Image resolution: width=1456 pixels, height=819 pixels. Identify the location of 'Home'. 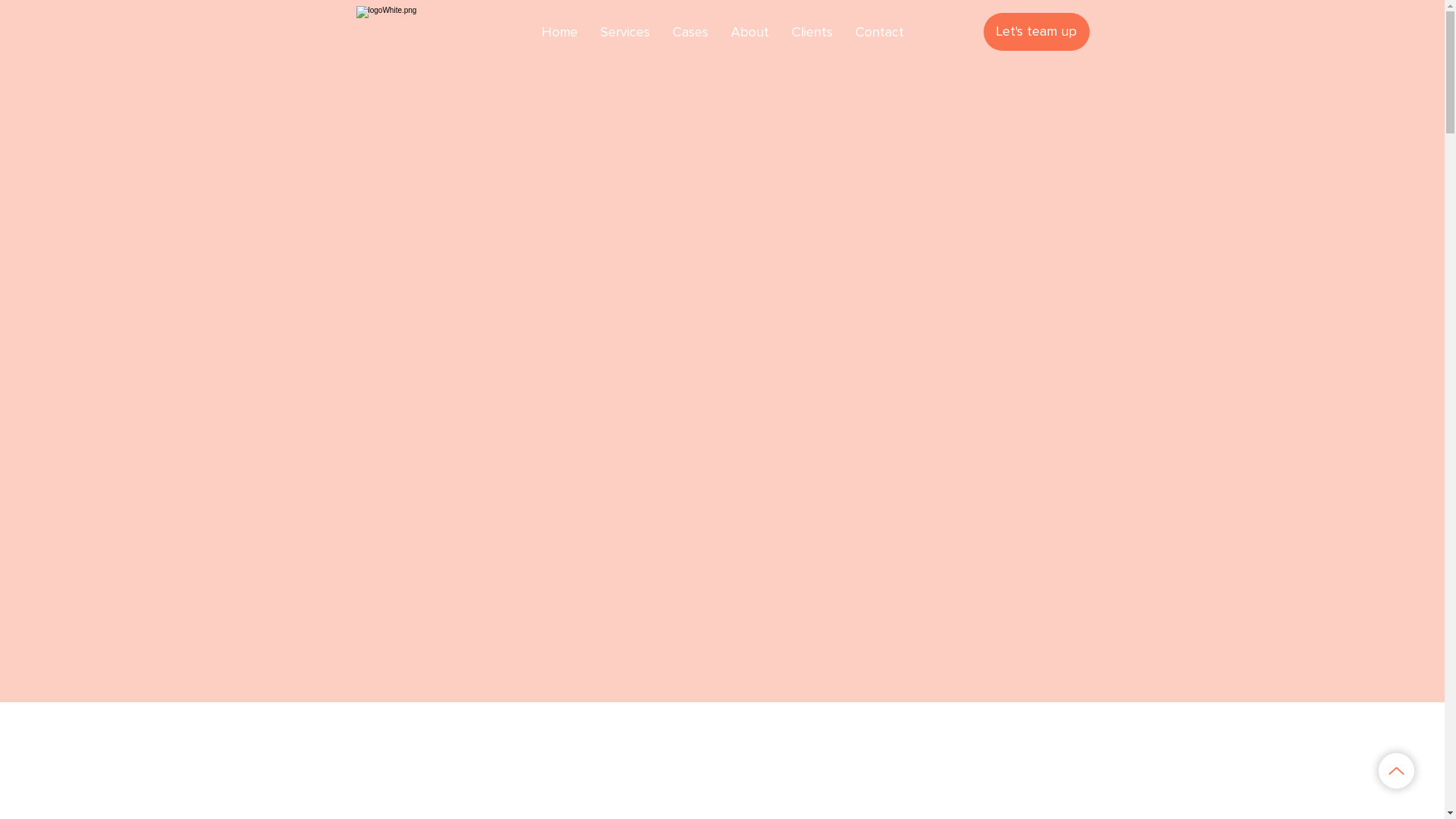
(558, 32).